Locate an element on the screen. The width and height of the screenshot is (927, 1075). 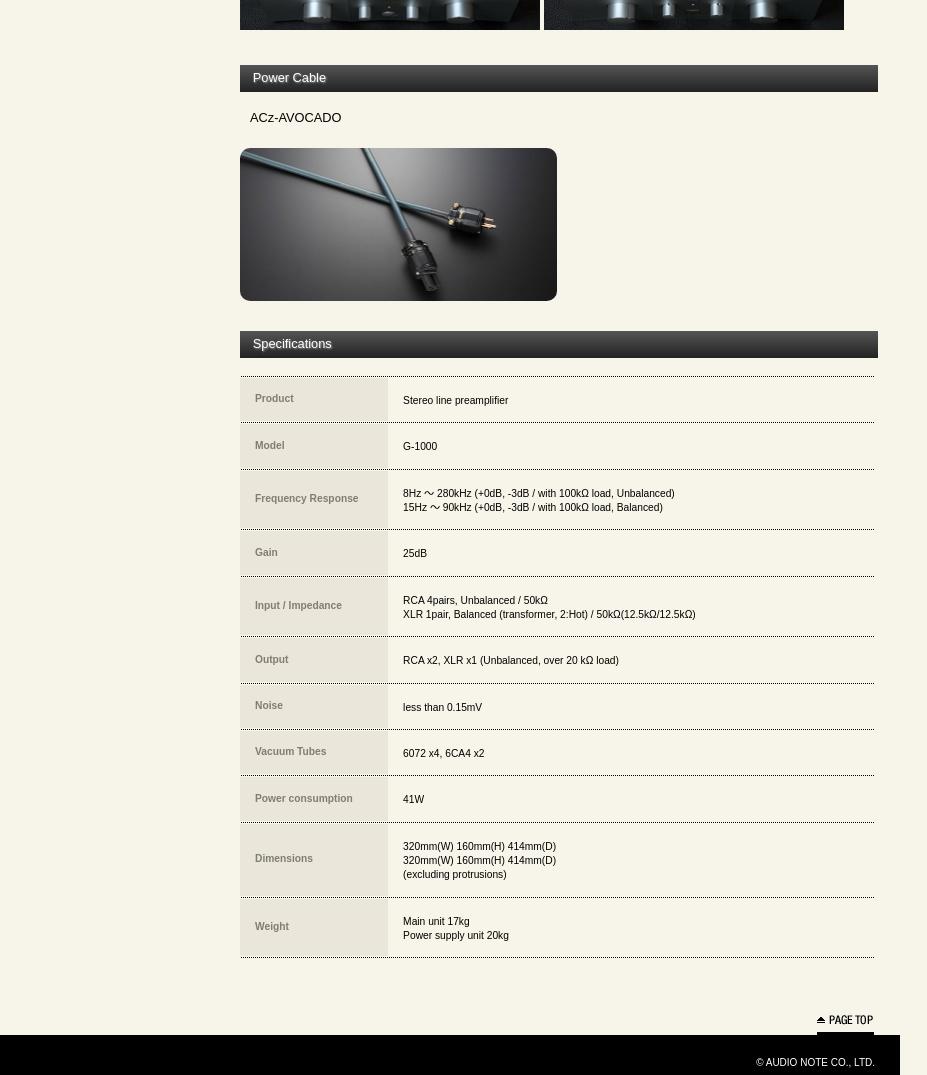
'ACz-AVOCADO' is located at coordinates (295, 115).